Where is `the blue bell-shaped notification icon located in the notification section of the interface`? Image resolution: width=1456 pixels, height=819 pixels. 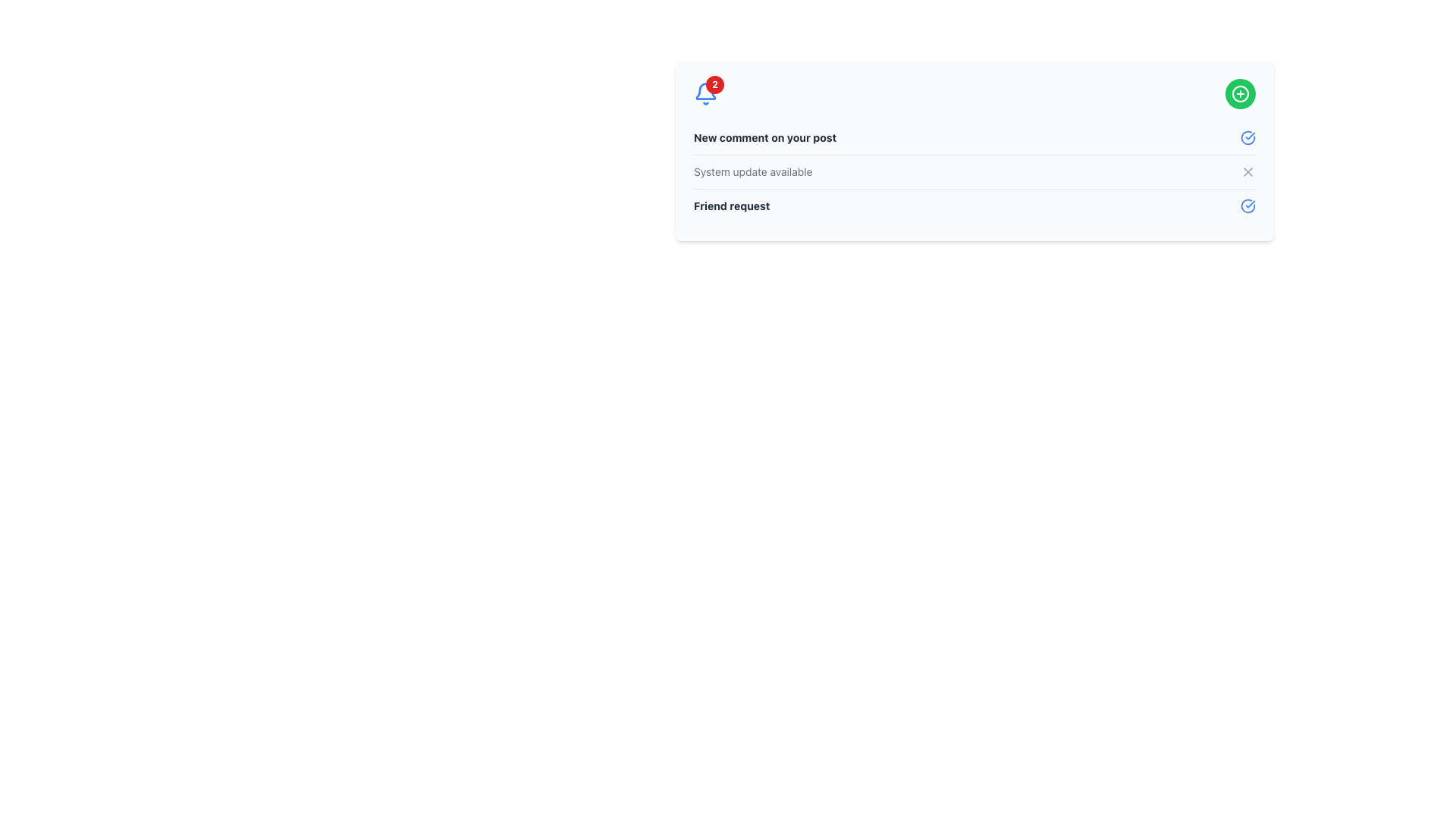 the blue bell-shaped notification icon located in the notification section of the interface is located at coordinates (705, 91).